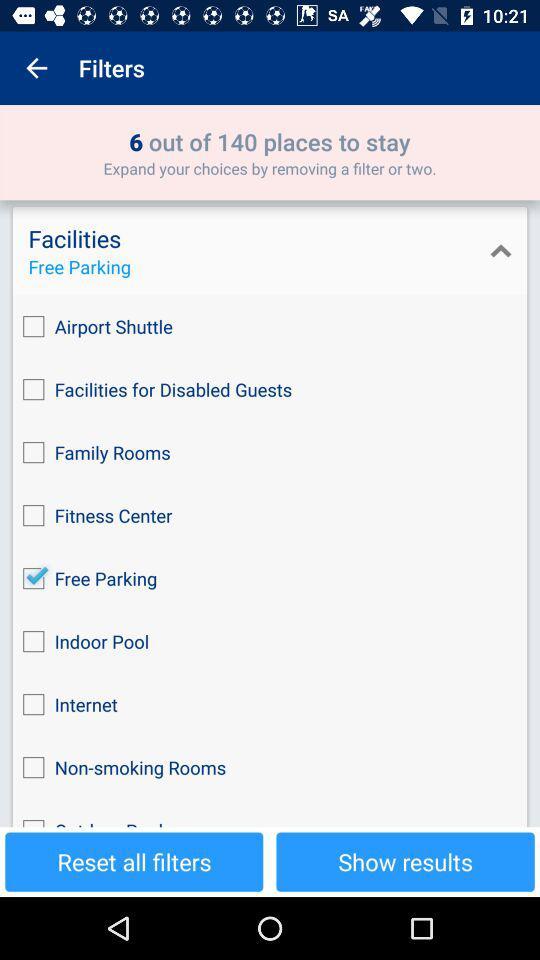 This screenshot has height=960, width=540. Describe the element at coordinates (270, 813) in the screenshot. I see `the outdoor pool icon` at that location.